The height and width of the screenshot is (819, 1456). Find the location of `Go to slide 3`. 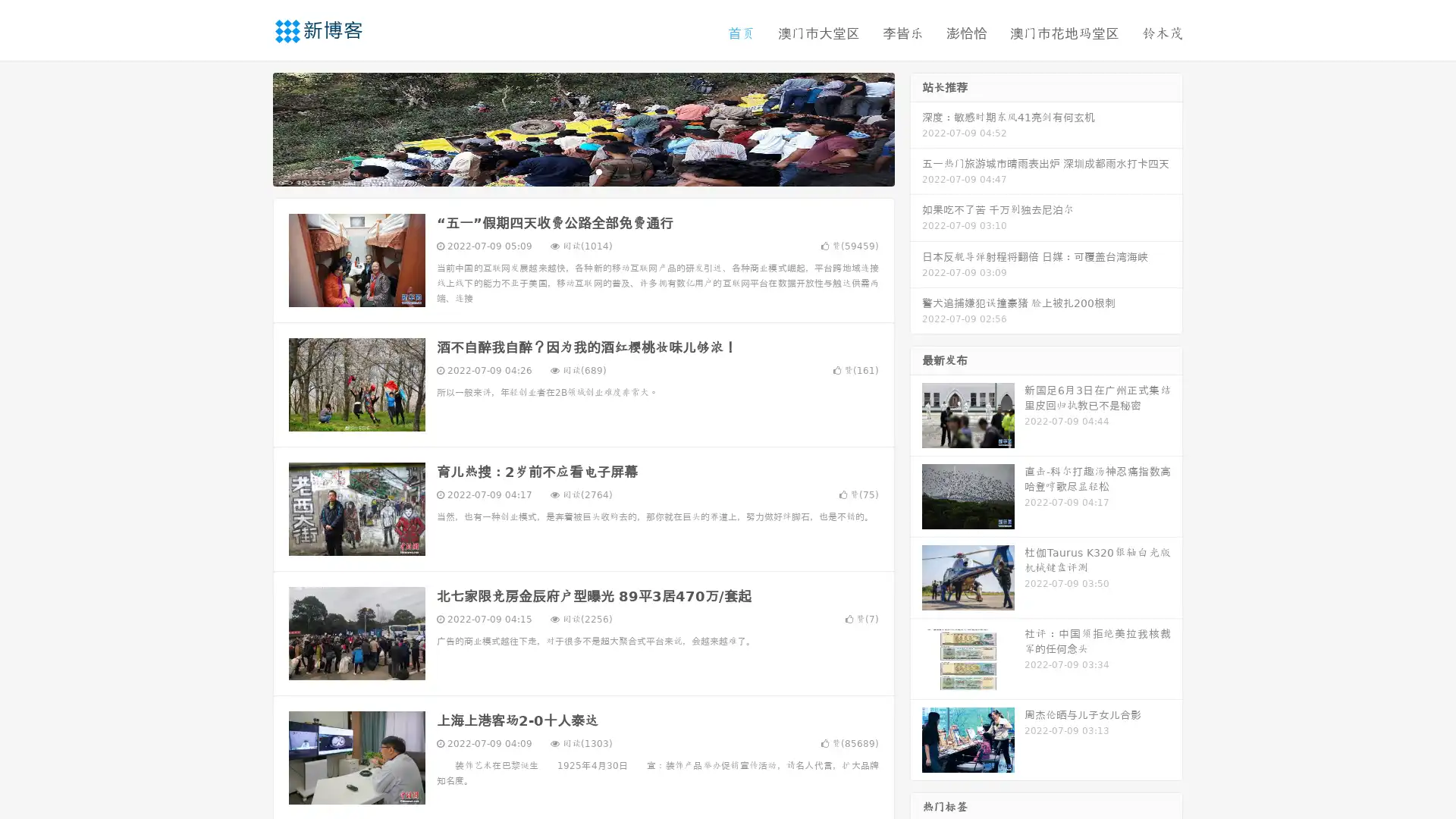

Go to slide 3 is located at coordinates (598, 171).